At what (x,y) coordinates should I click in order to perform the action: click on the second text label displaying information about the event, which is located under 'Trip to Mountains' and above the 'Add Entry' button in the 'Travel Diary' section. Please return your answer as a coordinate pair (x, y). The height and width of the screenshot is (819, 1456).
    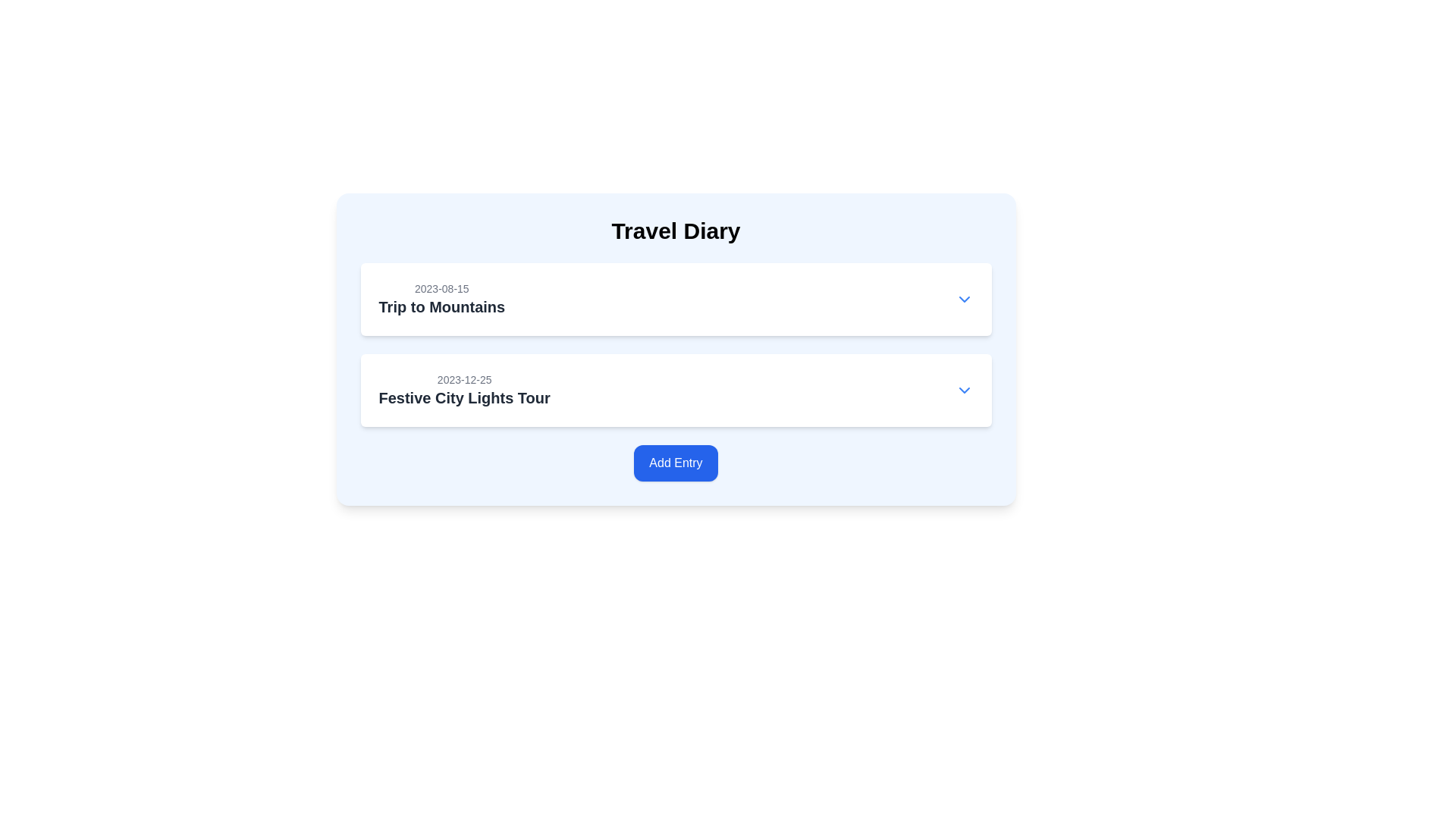
    Looking at the image, I should click on (463, 390).